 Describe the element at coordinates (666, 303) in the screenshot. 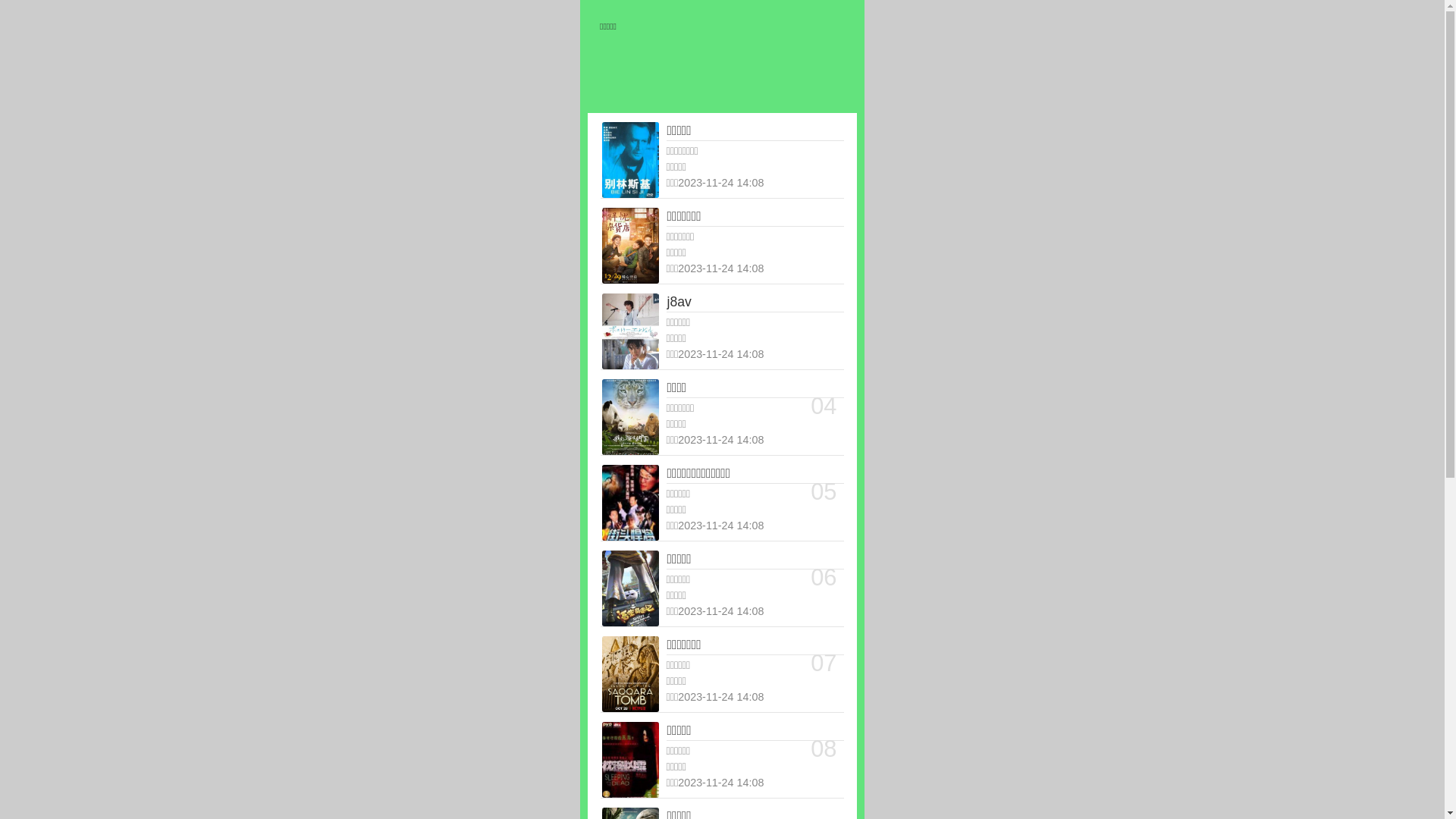

I see `'j8av'` at that location.